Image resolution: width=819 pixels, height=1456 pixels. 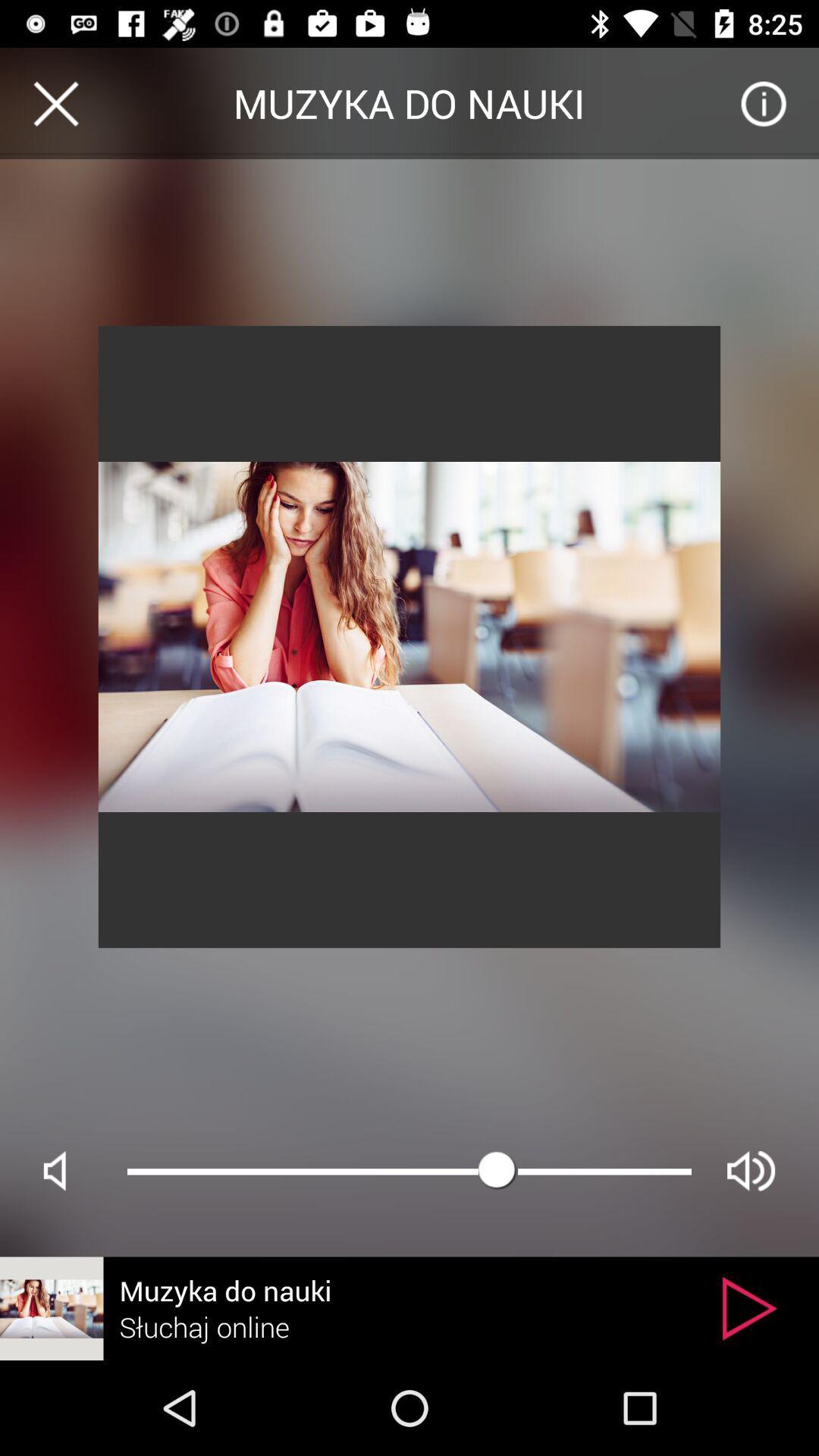 What do you see at coordinates (67, 1170) in the screenshot?
I see `the volume icon` at bounding box center [67, 1170].